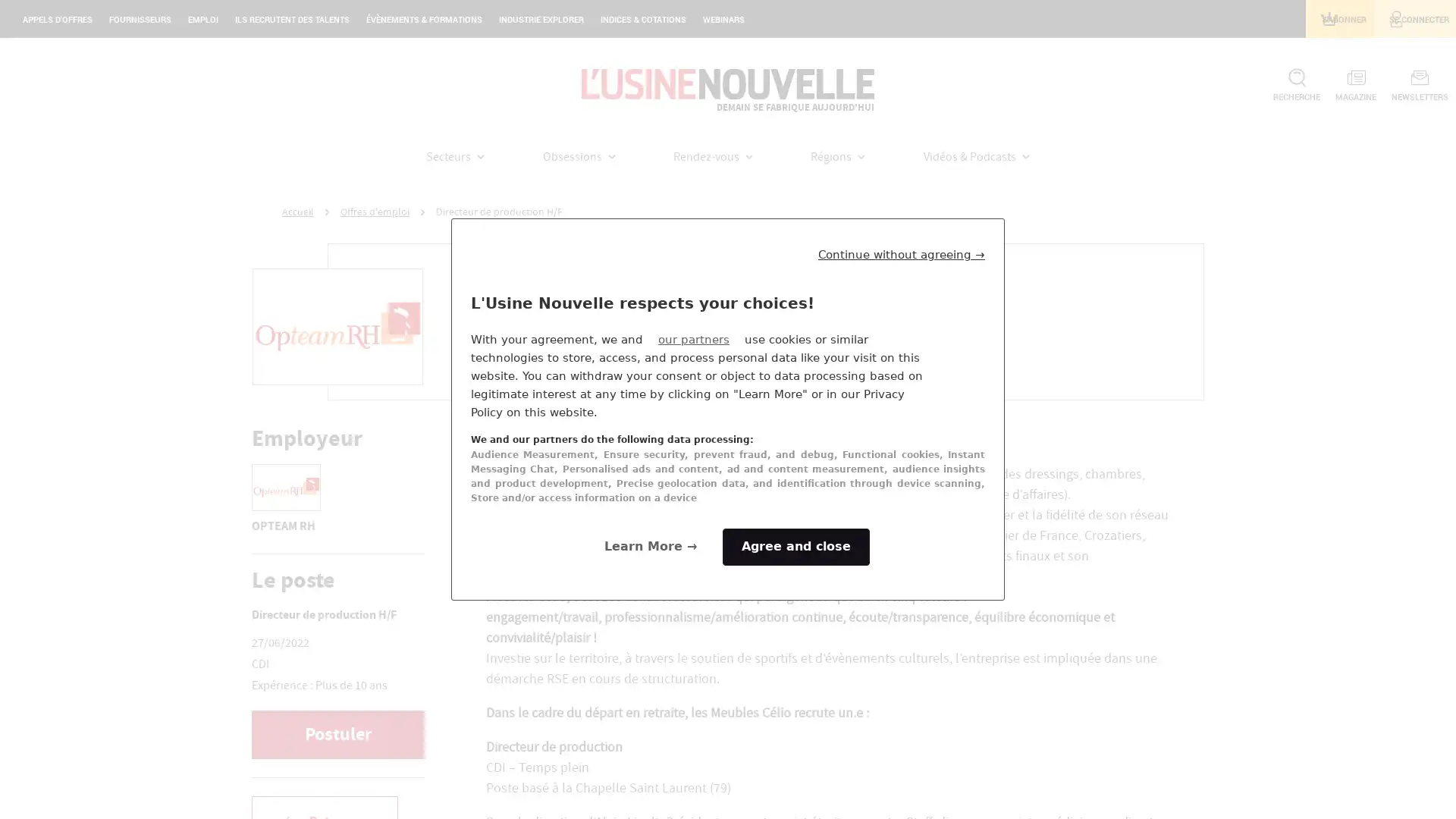  Describe the element at coordinates (902, 253) in the screenshot. I see `Continue without agreeing` at that location.